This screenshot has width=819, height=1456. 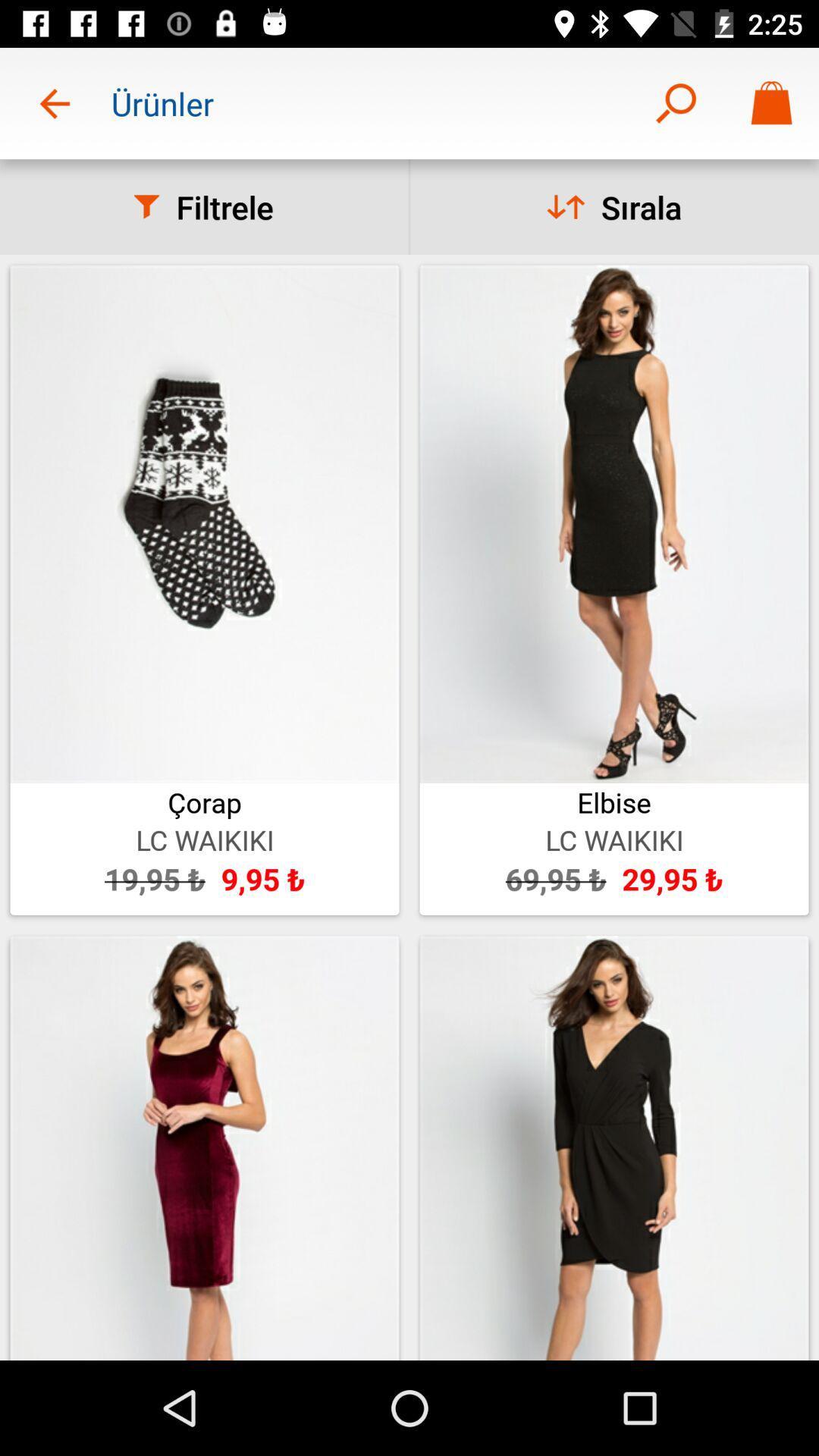 What do you see at coordinates (614, 589) in the screenshot?
I see `the image which says elbise` at bounding box center [614, 589].